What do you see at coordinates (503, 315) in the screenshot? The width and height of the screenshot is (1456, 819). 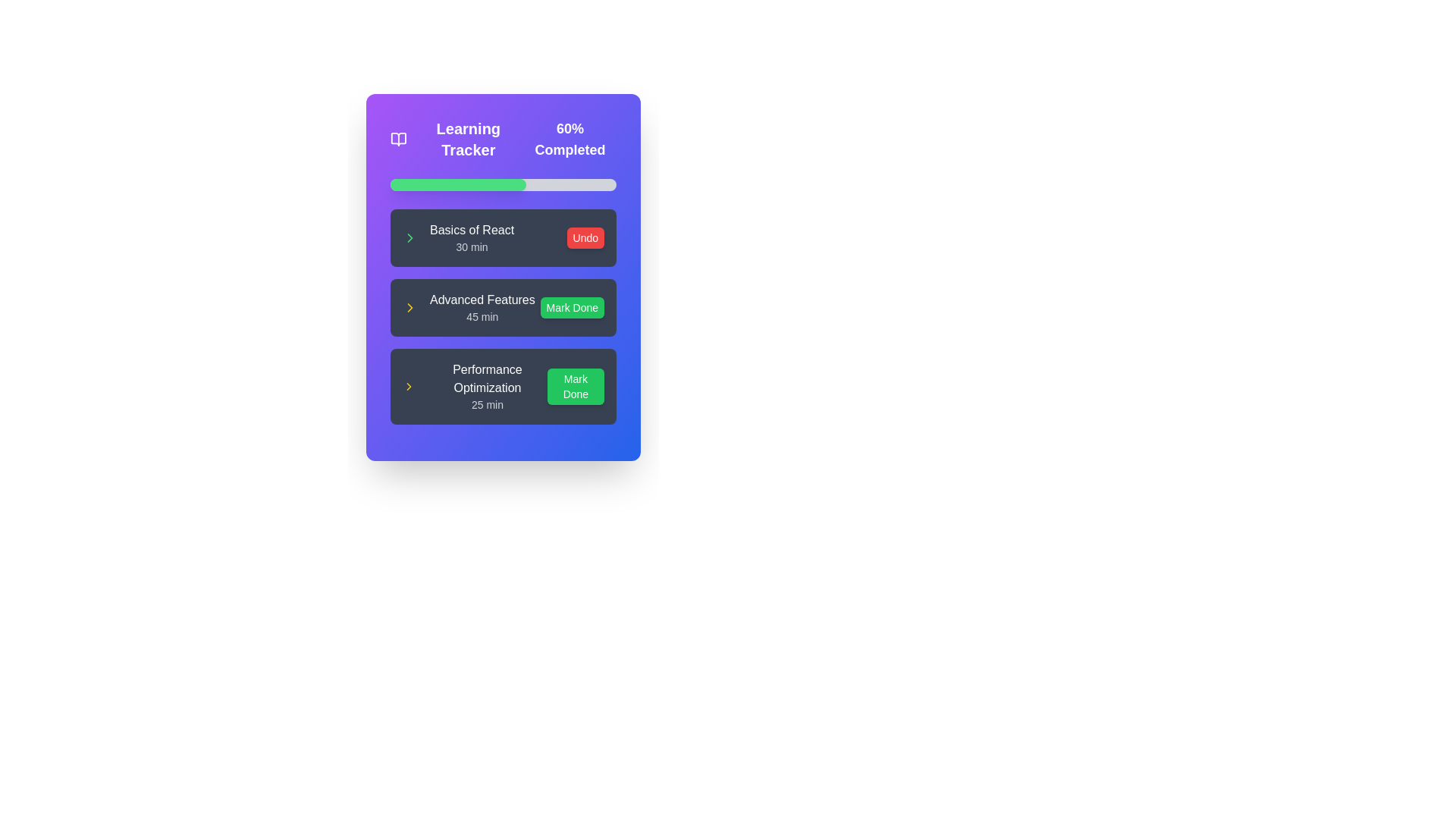 I see `the 'Mark Done' button in the 'Advanced Features' task item of the Learning Tracker to mark the topic as completed` at bounding box center [503, 315].